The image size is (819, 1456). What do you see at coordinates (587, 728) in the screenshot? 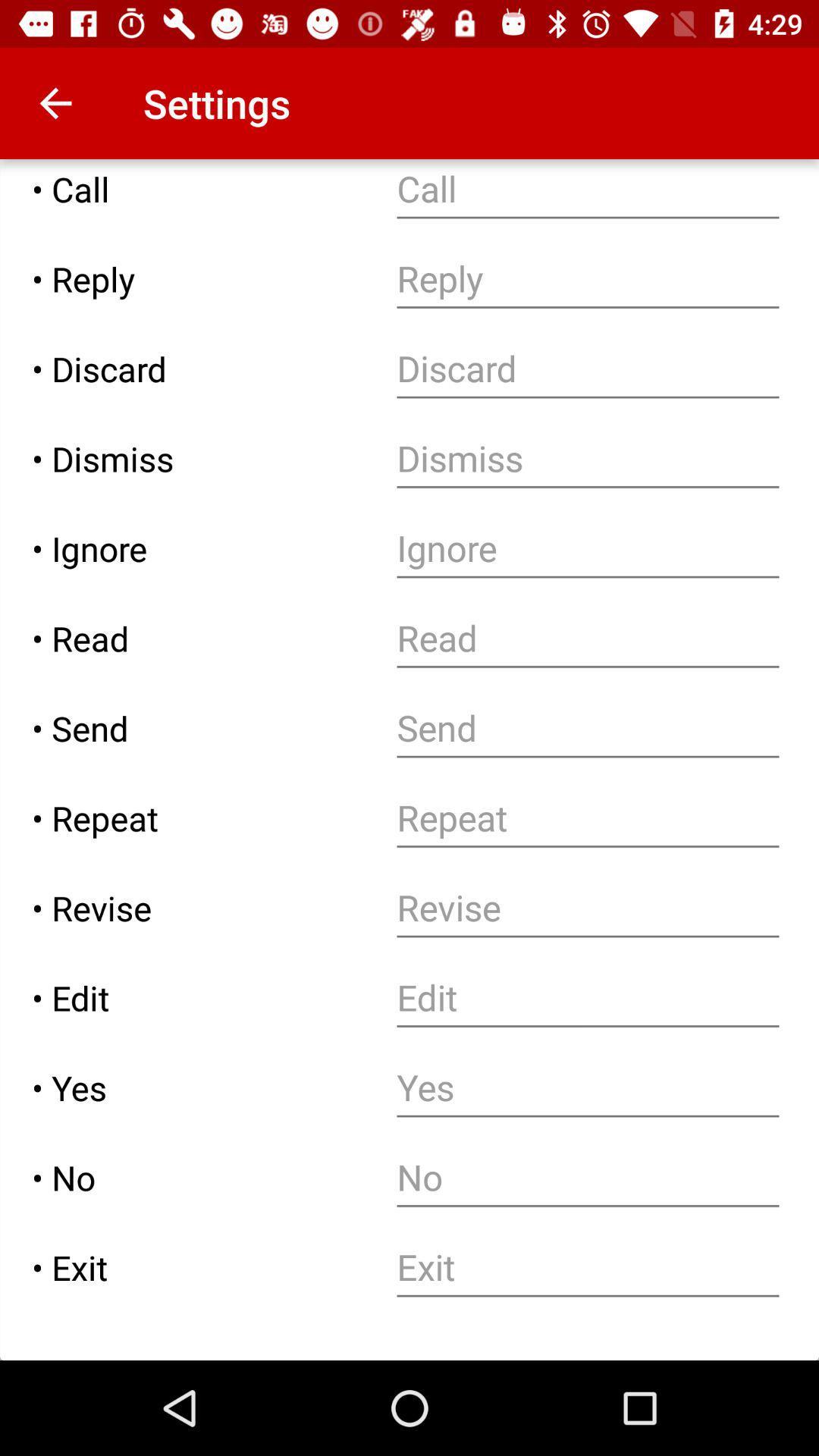
I see `text input box` at bounding box center [587, 728].